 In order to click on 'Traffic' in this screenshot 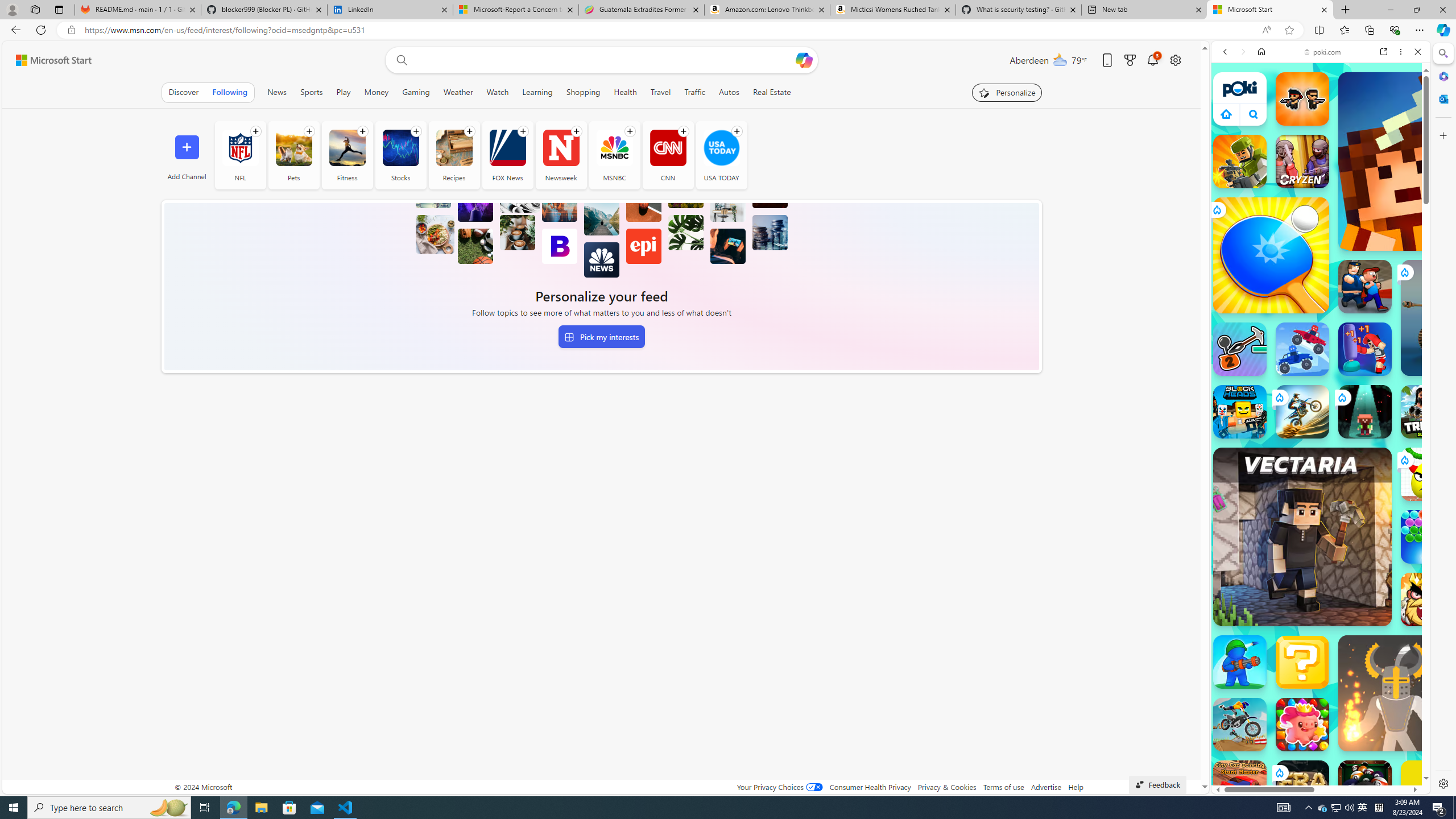, I will do `click(694, 92)`.